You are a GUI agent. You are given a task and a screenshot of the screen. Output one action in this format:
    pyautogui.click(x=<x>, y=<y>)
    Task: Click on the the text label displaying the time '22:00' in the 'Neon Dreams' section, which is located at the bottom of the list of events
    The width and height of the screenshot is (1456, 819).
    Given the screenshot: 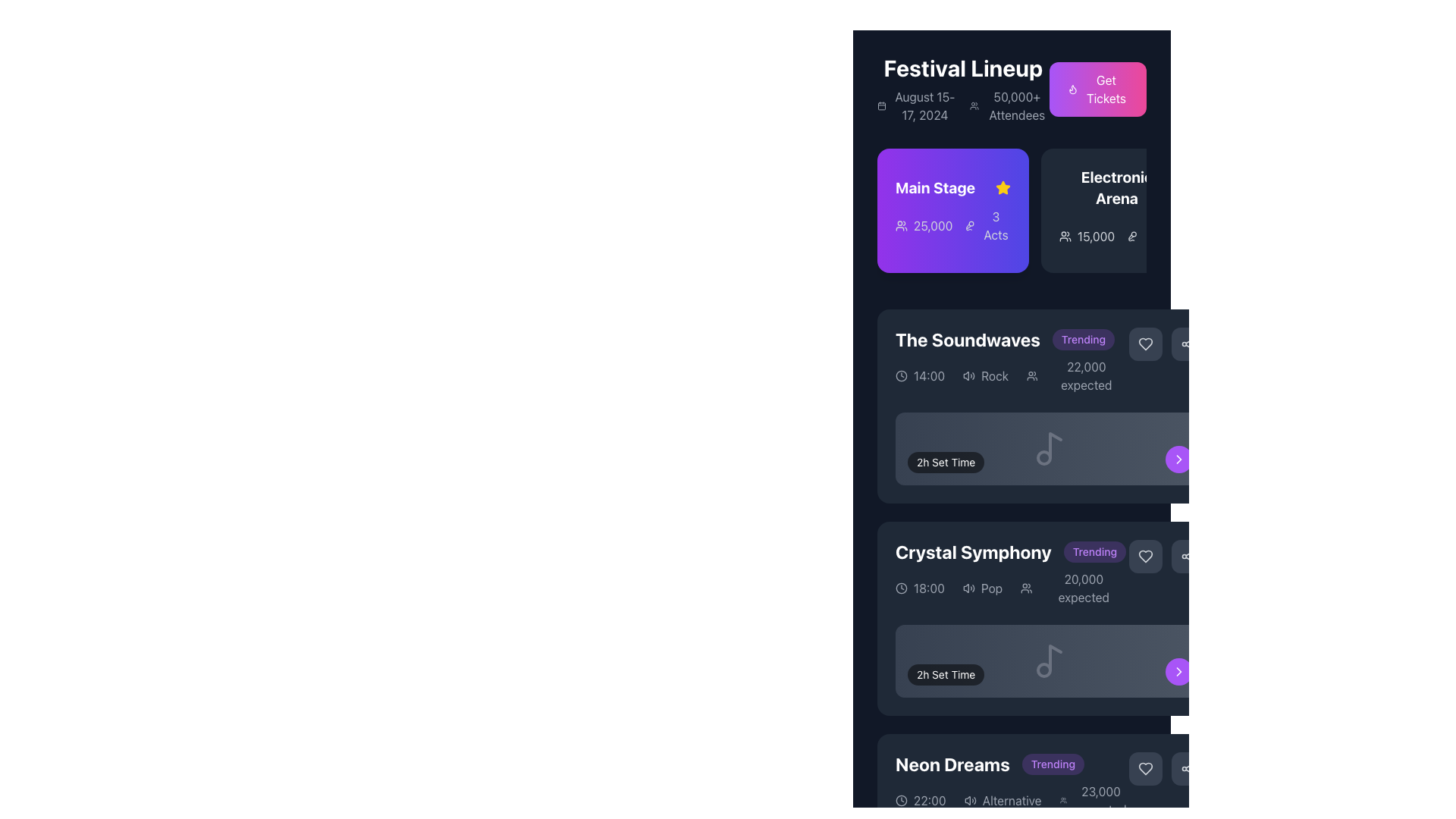 What is the action you would take?
    pyautogui.click(x=929, y=800)
    